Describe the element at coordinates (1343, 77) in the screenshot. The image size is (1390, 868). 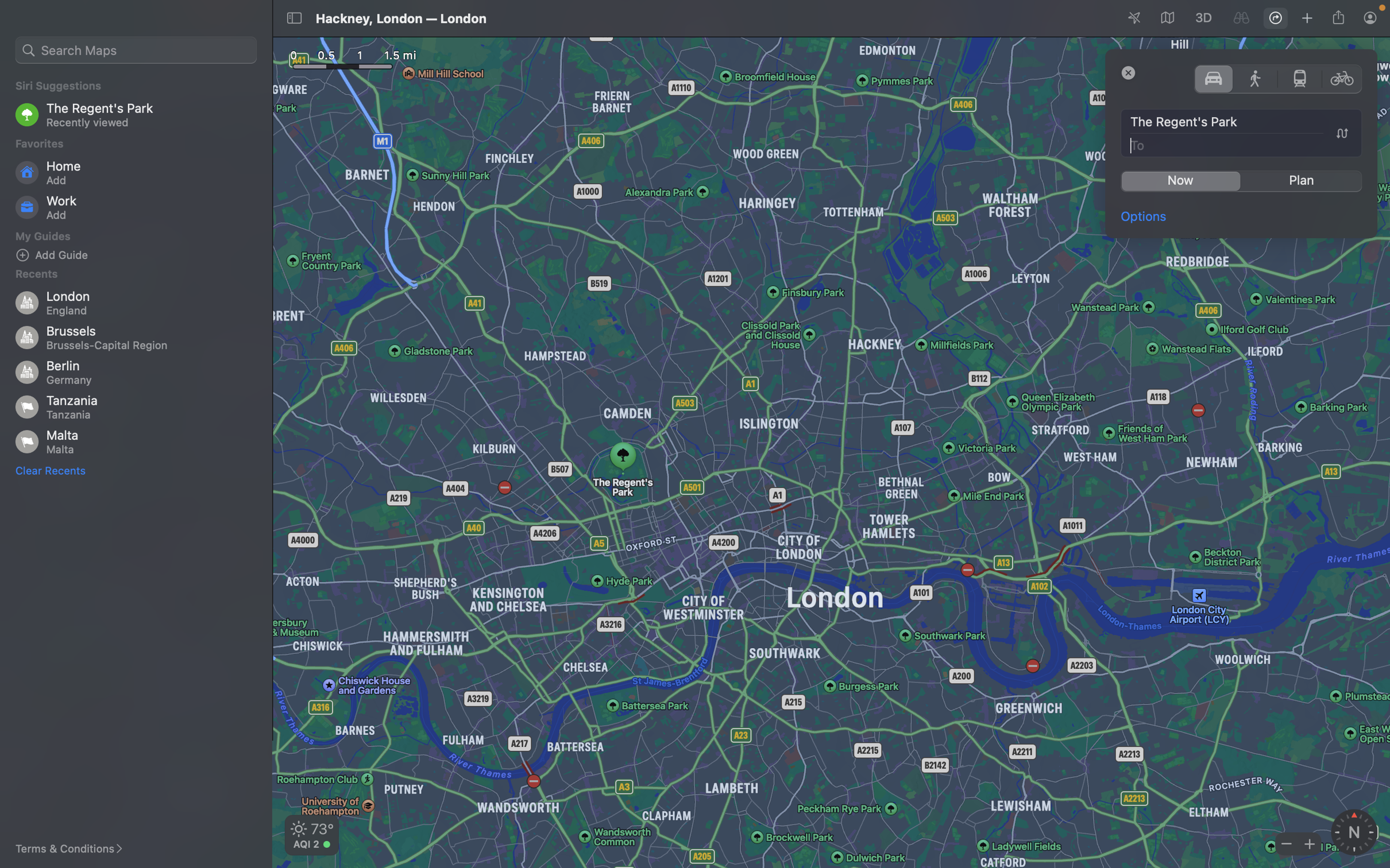
I see `Switch commuting preference to cycling` at that location.